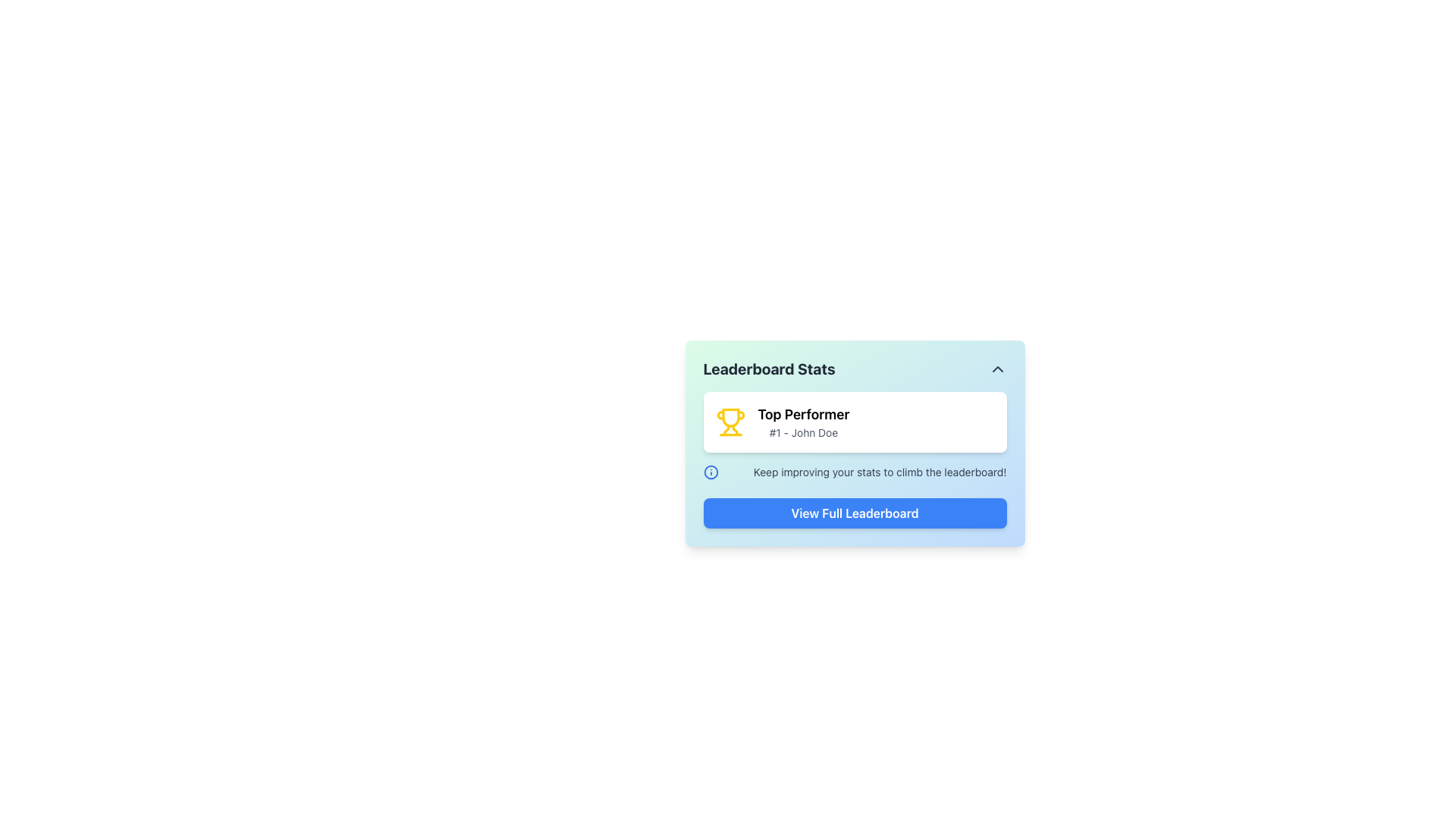  What do you see at coordinates (855, 472) in the screenshot?
I see `the static text element displaying 'Keep improving your stats to climb the leaderboard!'` at bounding box center [855, 472].